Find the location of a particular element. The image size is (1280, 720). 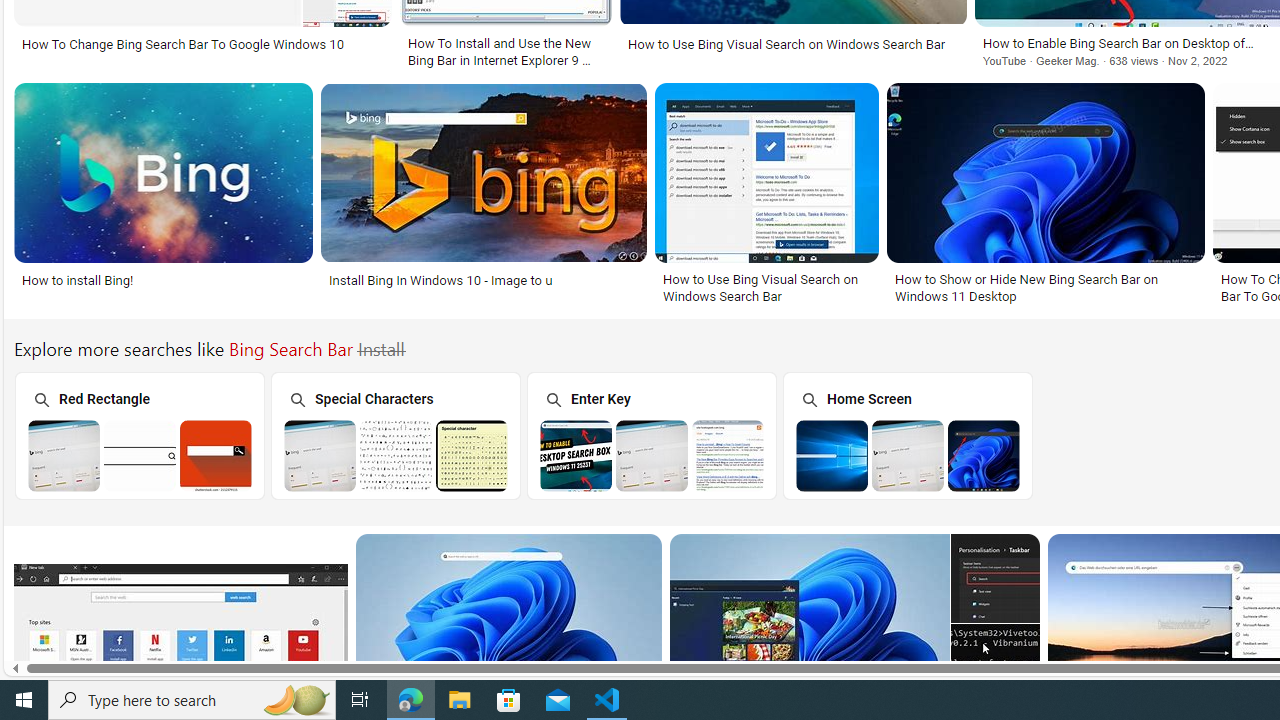

'Bing Search Bar On Home Screen' is located at coordinates (907, 455).